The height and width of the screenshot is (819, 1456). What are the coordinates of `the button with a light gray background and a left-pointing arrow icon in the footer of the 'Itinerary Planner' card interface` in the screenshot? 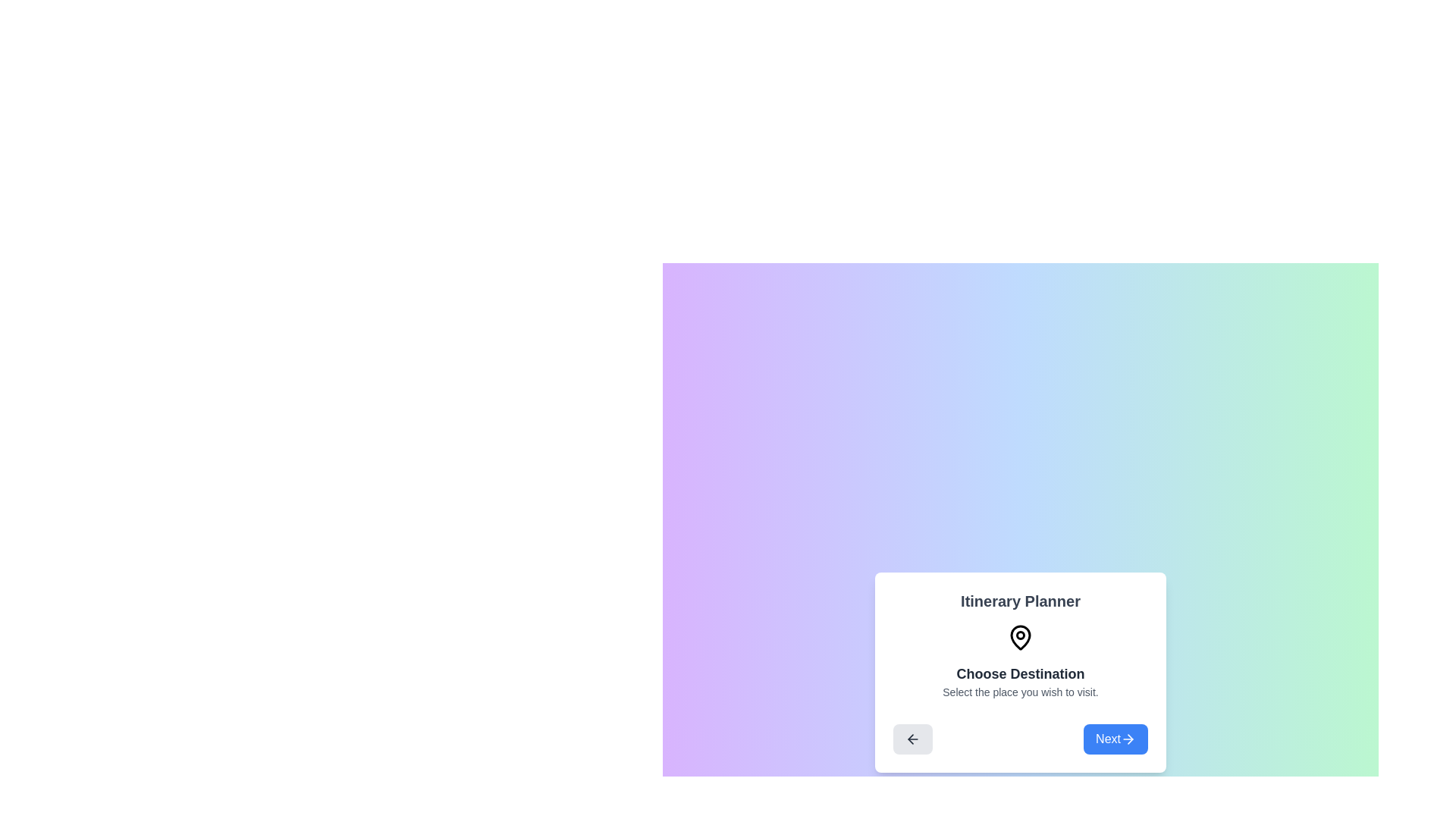 It's located at (912, 739).